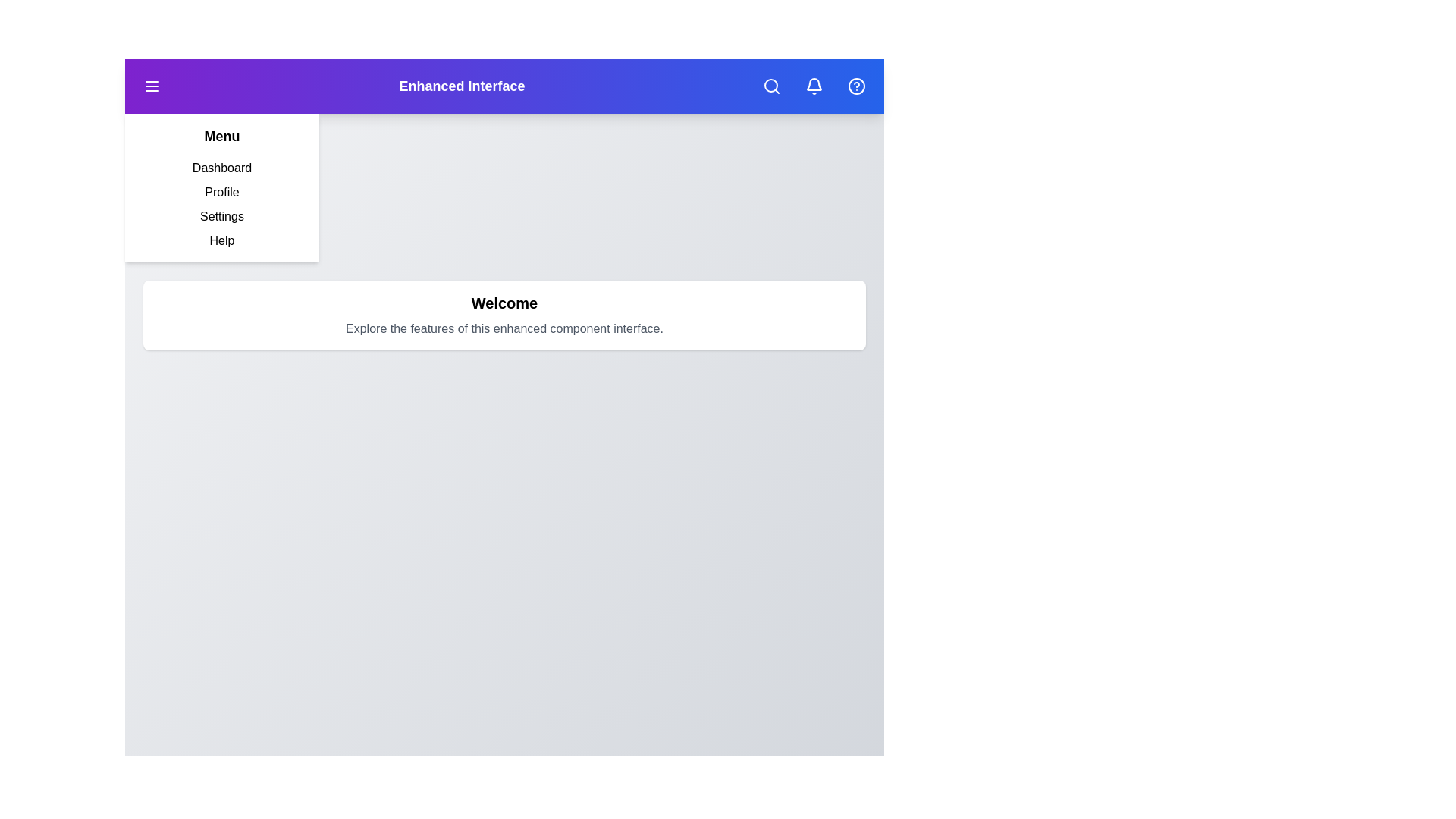  Describe the element at coordinates (152, 86) in the screenshot. I see `the menu button located in the top-left corner of the app bar` at that location.